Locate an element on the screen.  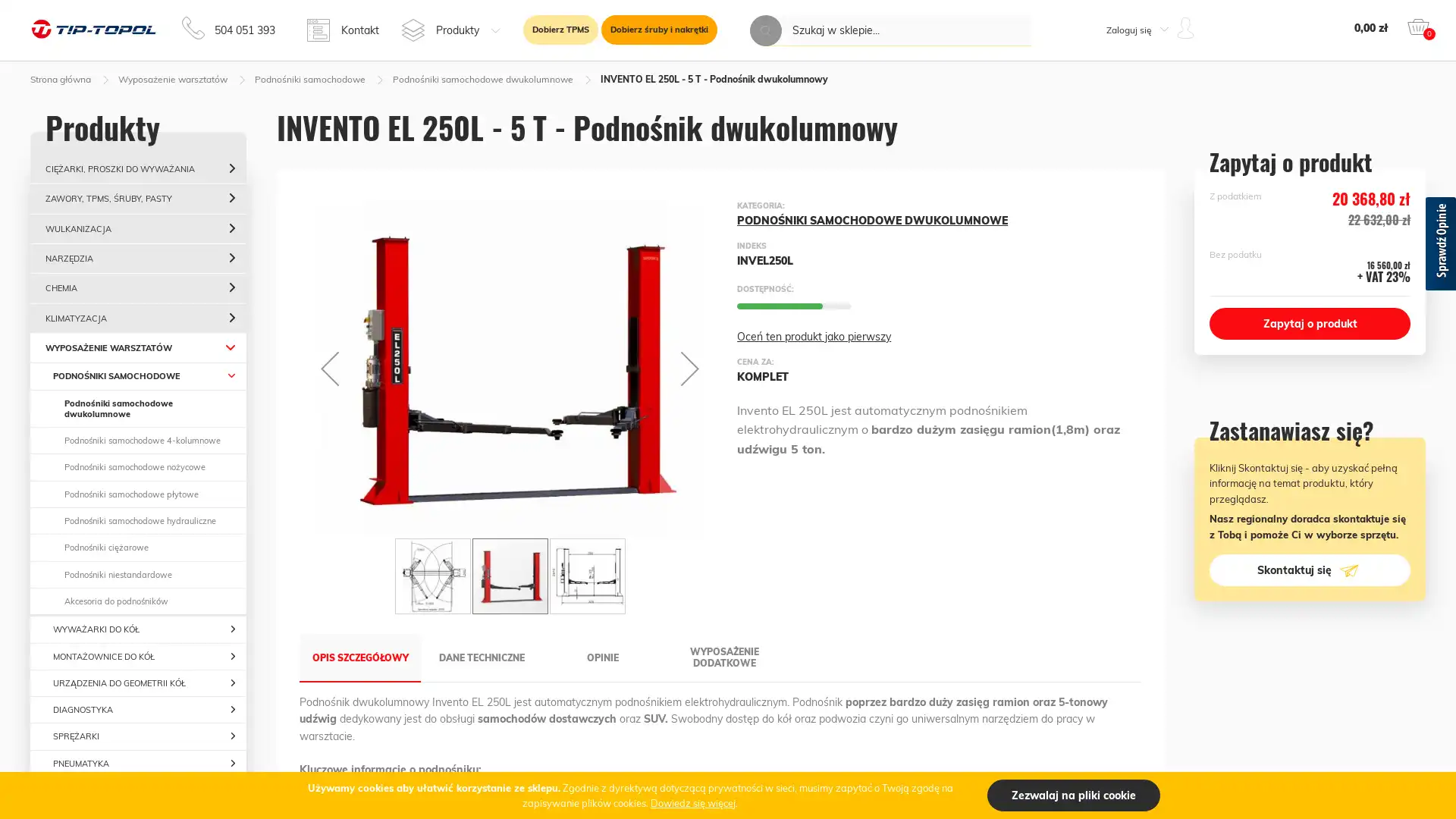
Previous is located at coordinates (329, 368).